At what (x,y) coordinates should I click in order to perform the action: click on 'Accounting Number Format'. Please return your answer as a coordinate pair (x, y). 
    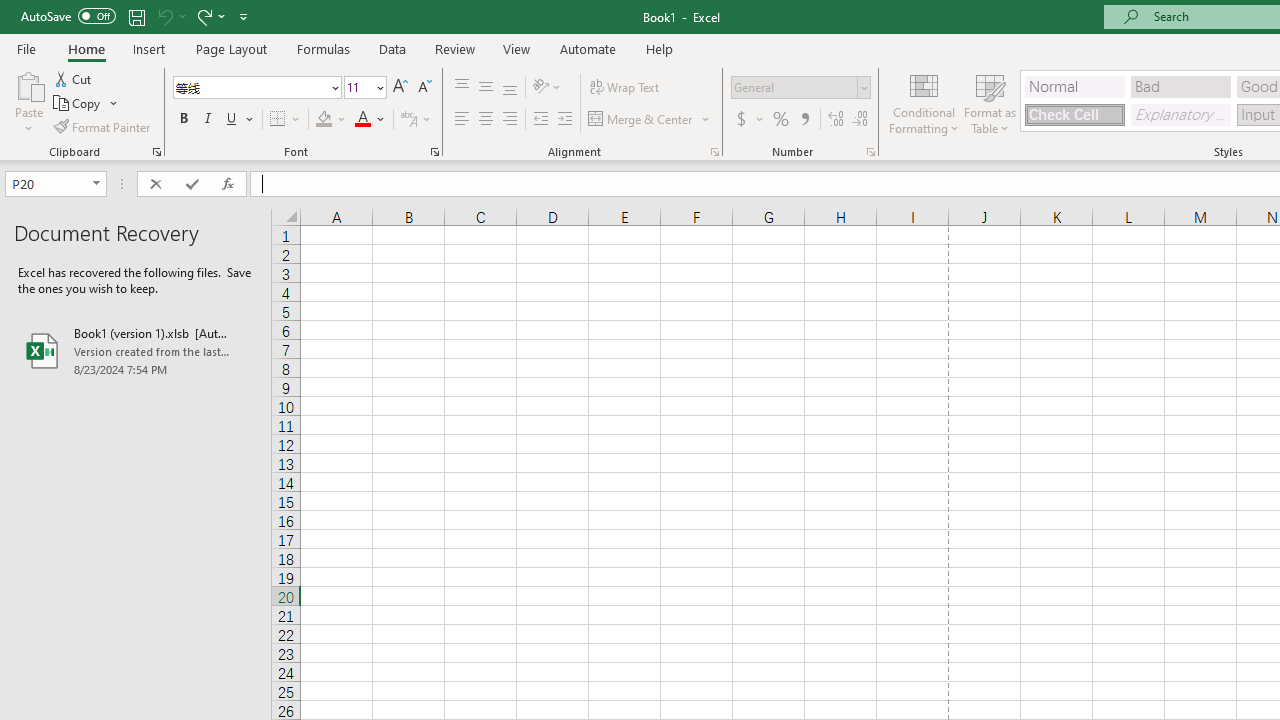
    Looking at the image, I should click on (740, 119).